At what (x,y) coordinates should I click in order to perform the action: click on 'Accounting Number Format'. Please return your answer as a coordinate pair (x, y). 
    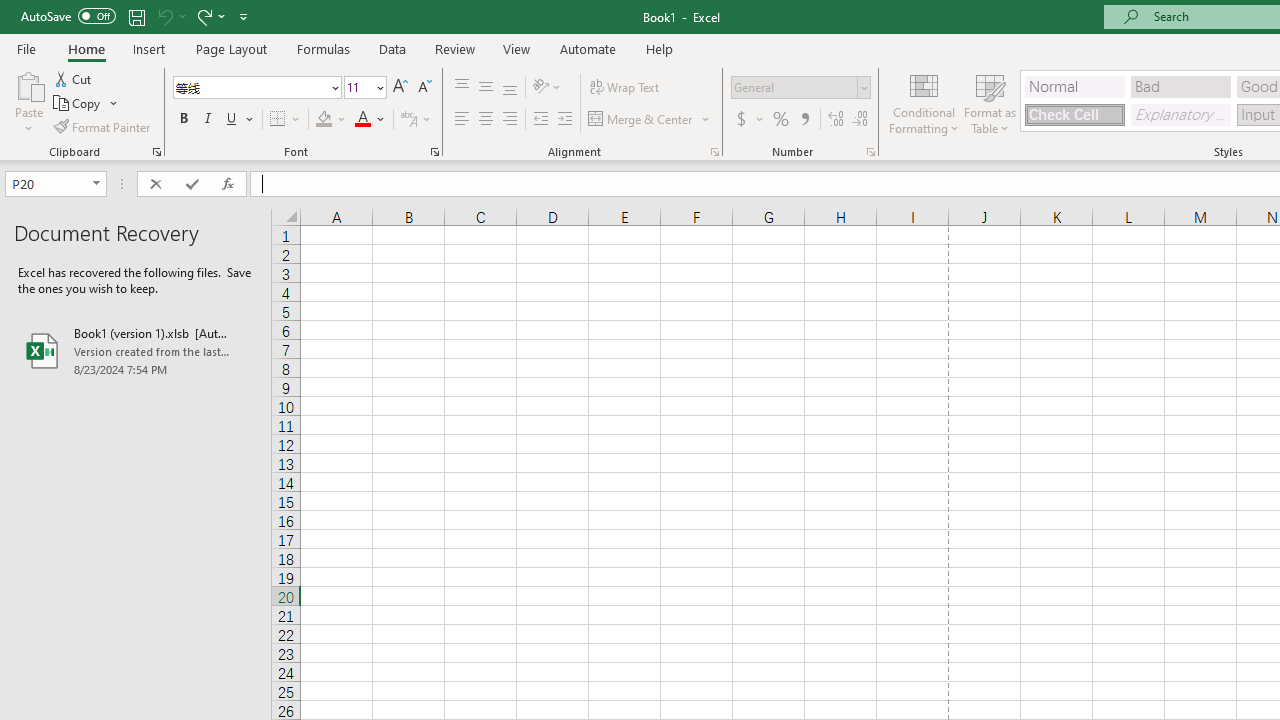
    Looking at the image, I should click on (740, 119).